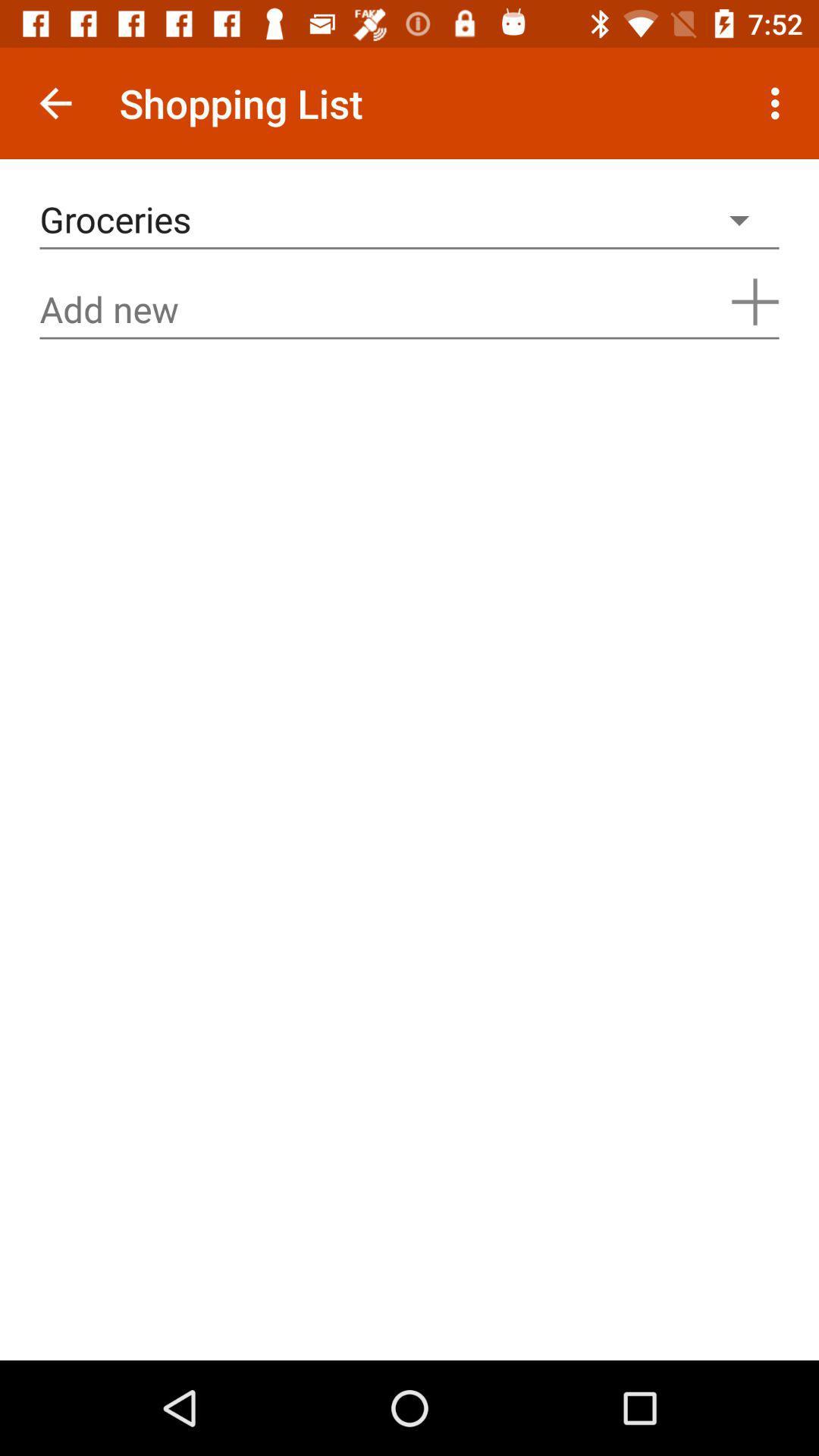  I want to click on new, so click(409, 309).